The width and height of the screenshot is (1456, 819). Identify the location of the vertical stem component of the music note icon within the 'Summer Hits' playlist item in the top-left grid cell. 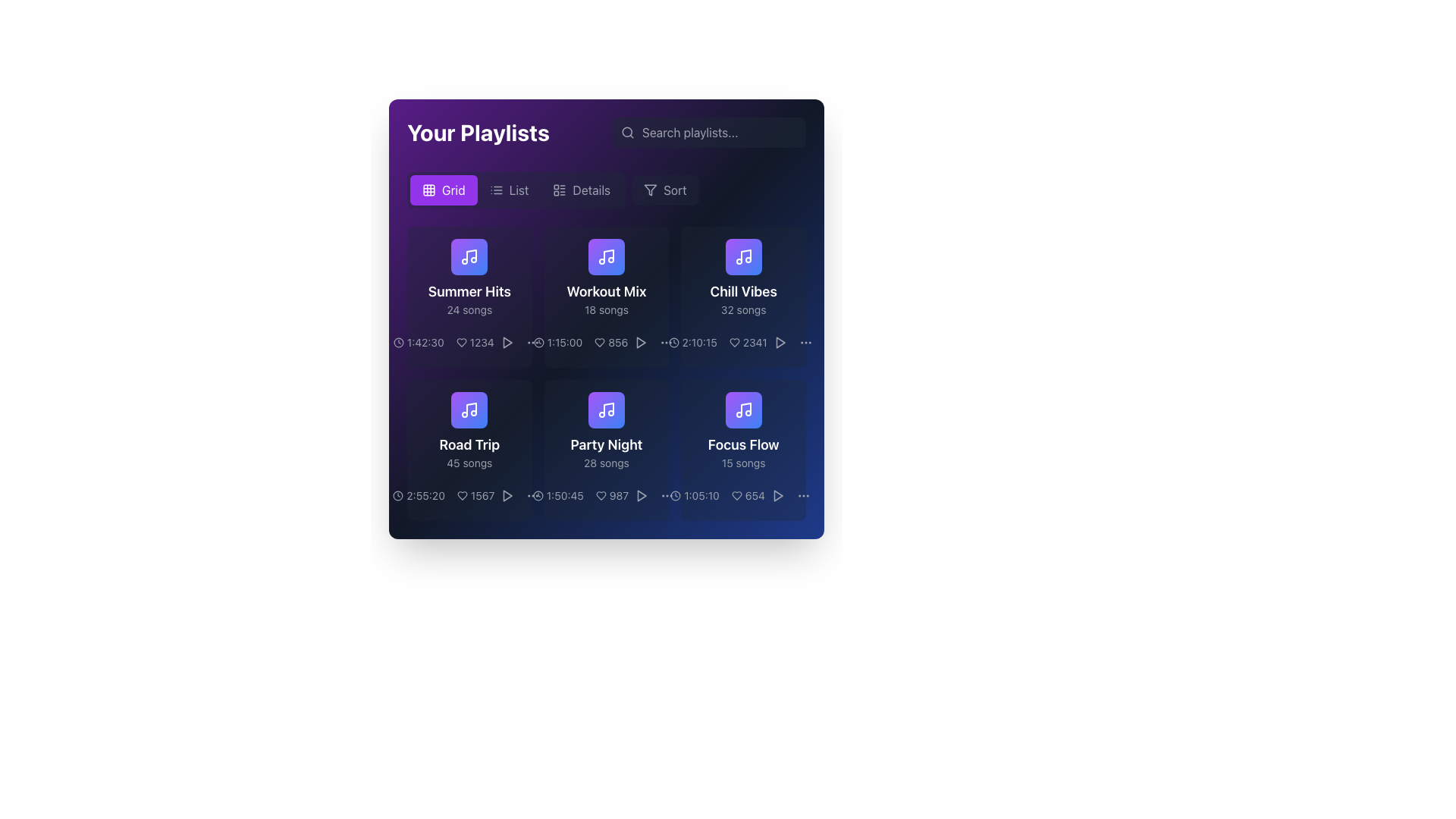
(471, 255).